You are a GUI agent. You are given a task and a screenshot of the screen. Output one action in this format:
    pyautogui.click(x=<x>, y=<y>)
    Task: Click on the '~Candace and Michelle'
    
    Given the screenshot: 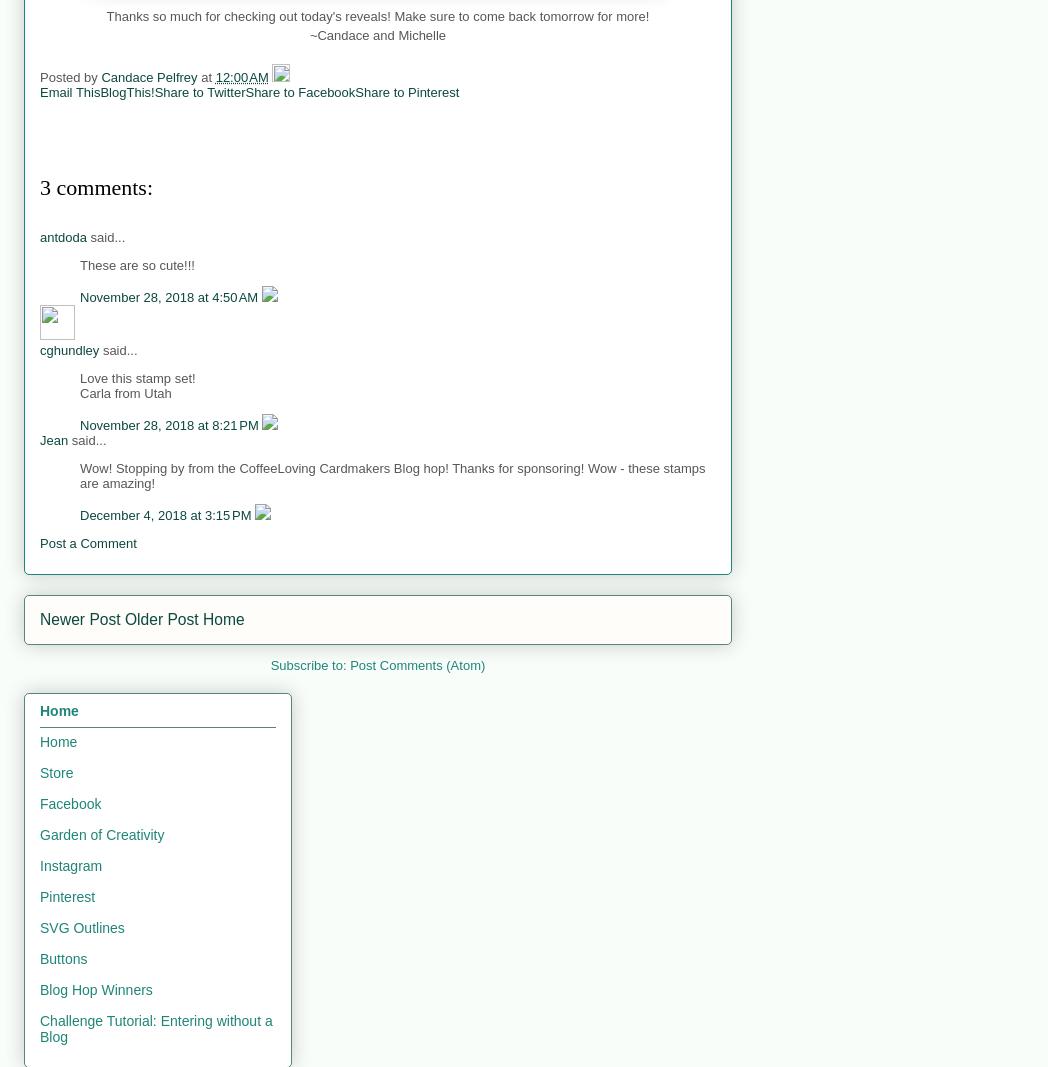 What is the action you would take?
    pyautogui.click(x=376, y=33)
    